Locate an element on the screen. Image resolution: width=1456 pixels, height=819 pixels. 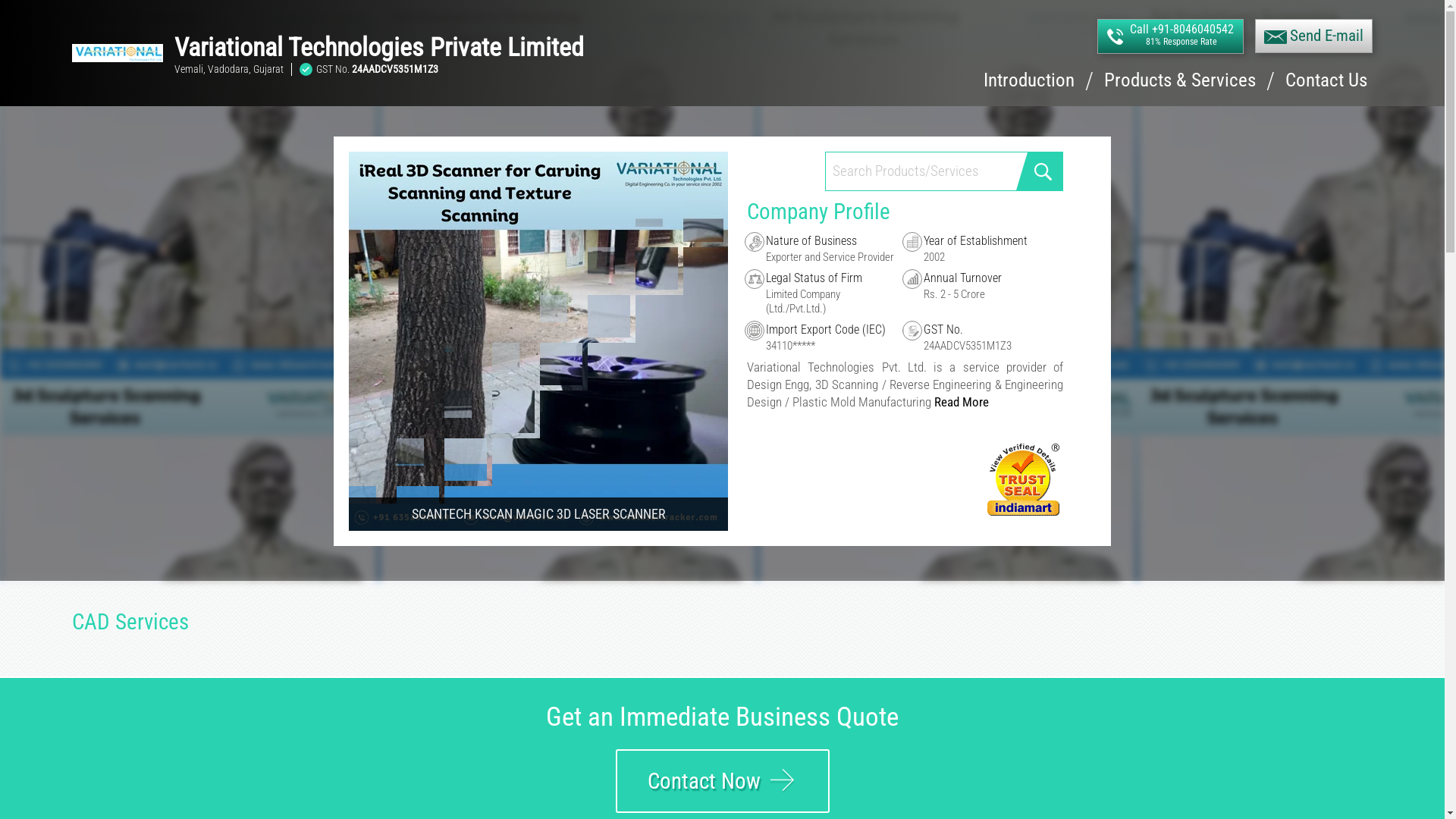
'Products & Services' is located at coordinates (1103, 88).